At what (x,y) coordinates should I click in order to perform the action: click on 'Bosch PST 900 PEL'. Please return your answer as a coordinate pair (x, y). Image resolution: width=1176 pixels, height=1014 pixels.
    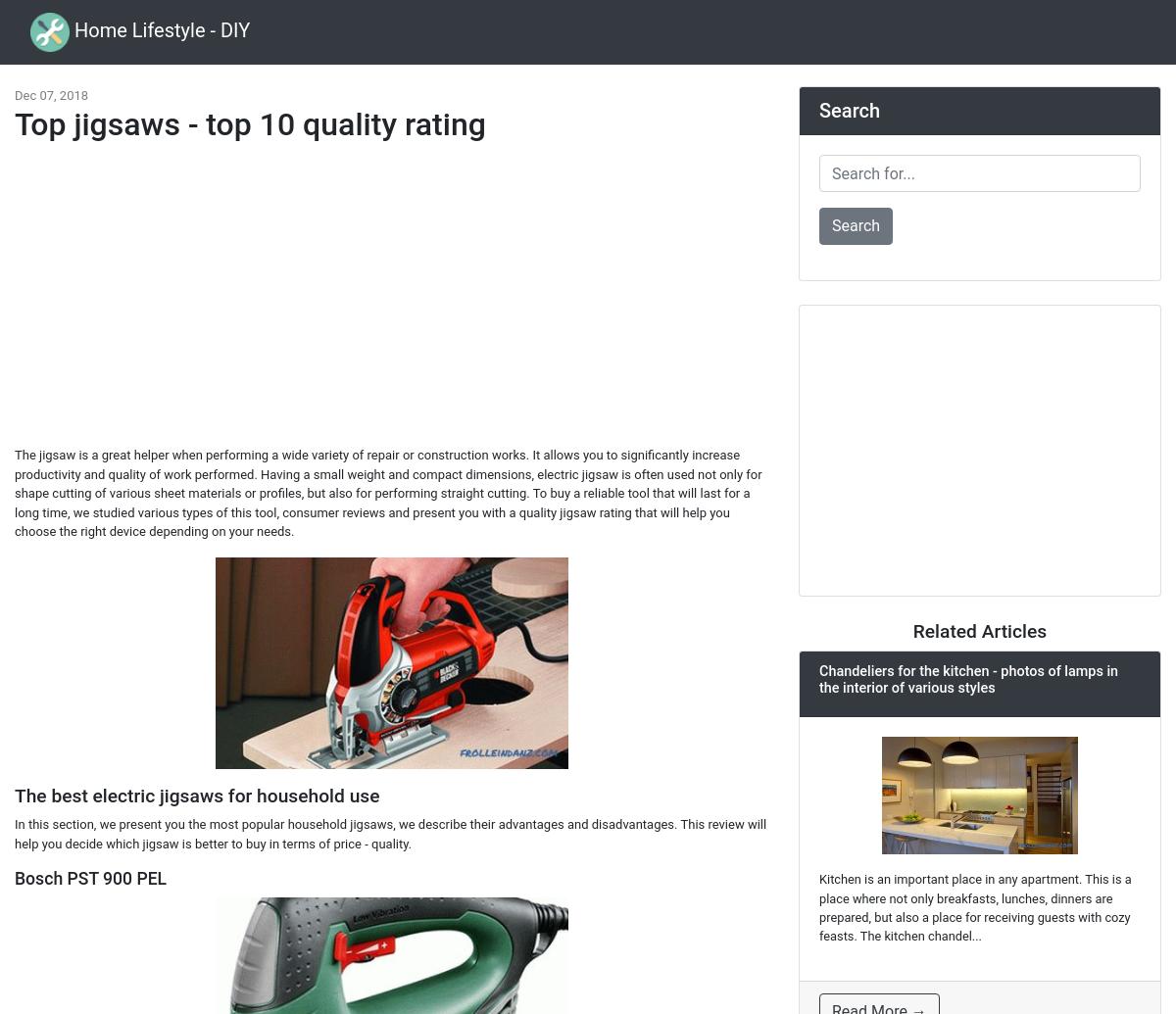
    Looking at the image, I should click on (90, 878).